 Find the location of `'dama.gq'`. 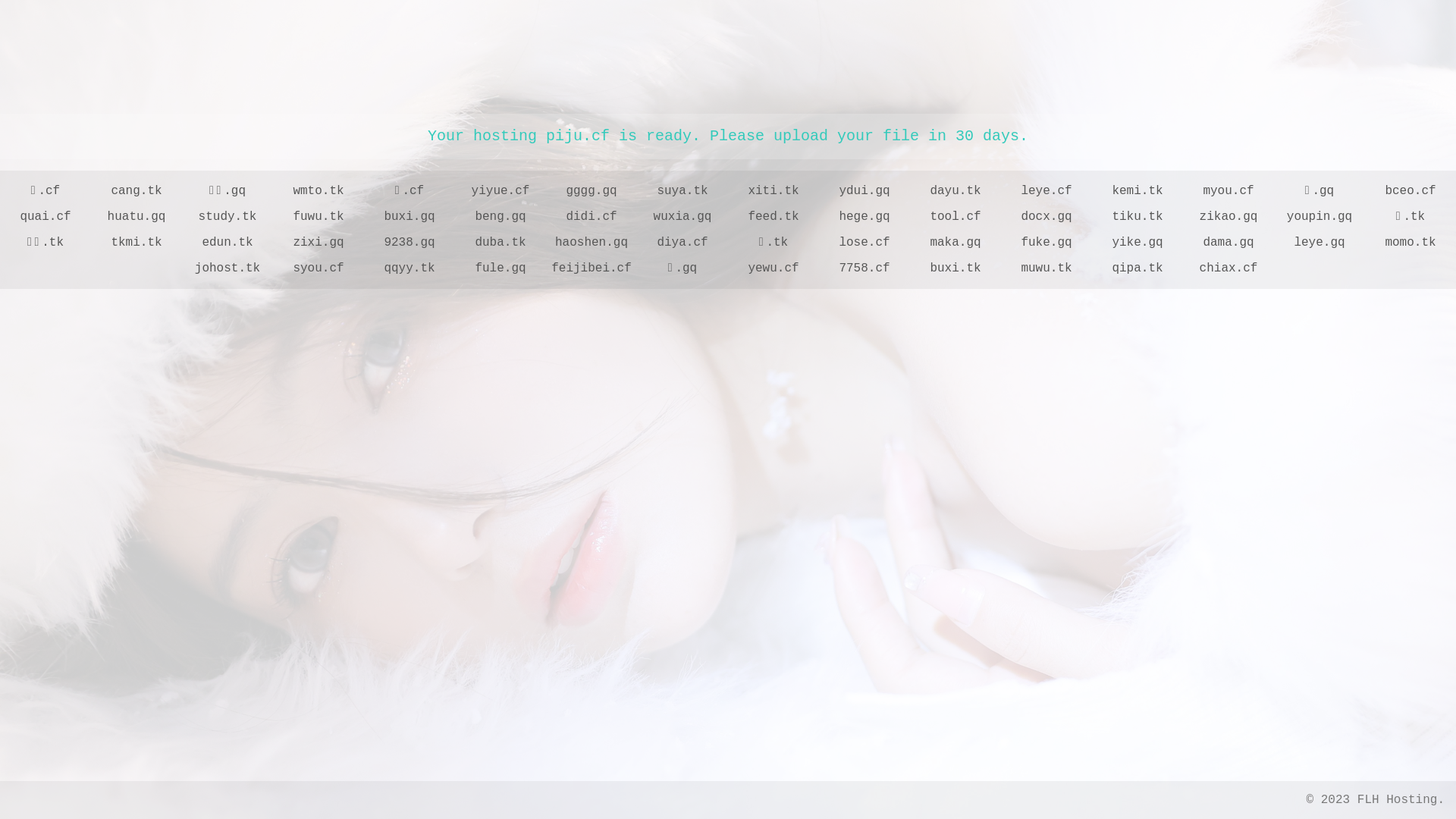

'dama.gq' is located at coordinates (1228, 242).